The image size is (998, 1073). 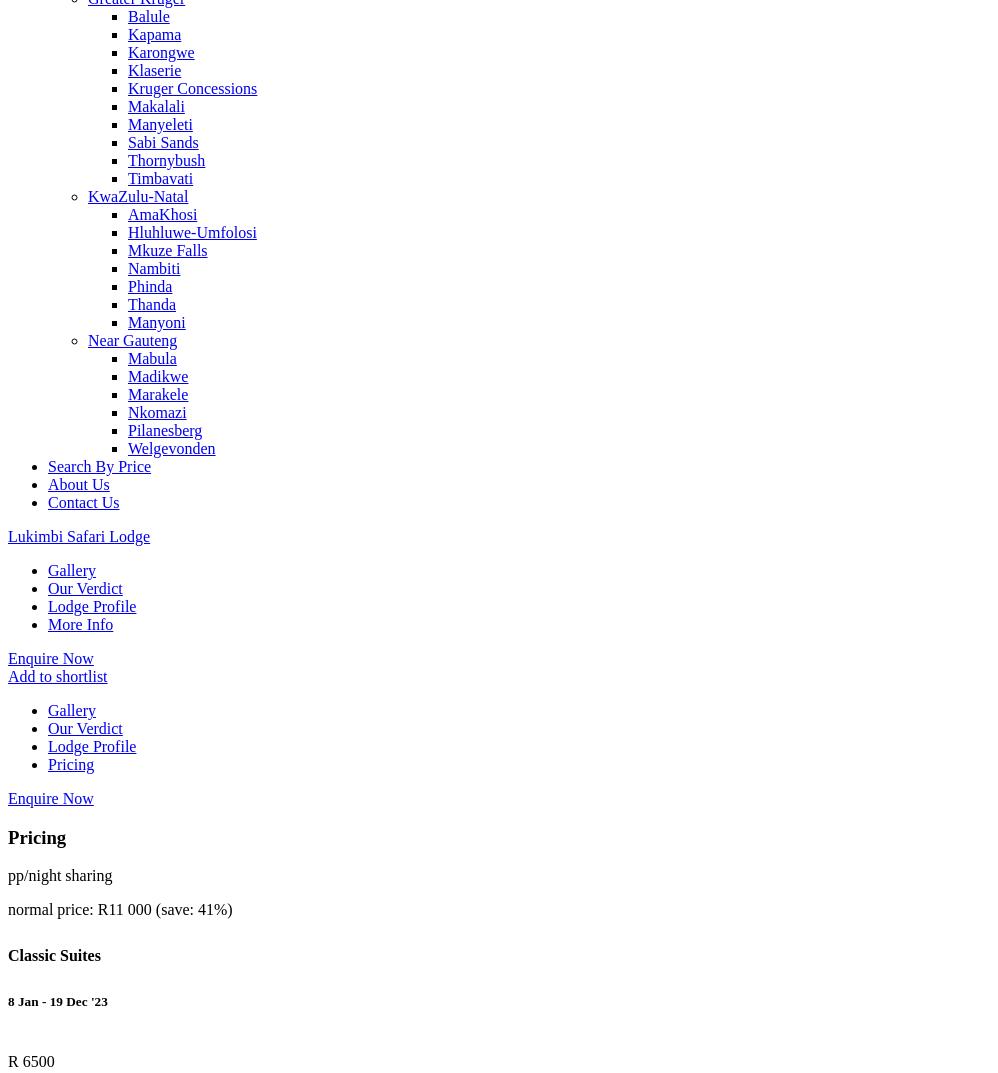 What do you see at coordinates (87, 196) in the screenshot?
I see `'KwaZulu-Natal'` at bounding box center [87, 196].